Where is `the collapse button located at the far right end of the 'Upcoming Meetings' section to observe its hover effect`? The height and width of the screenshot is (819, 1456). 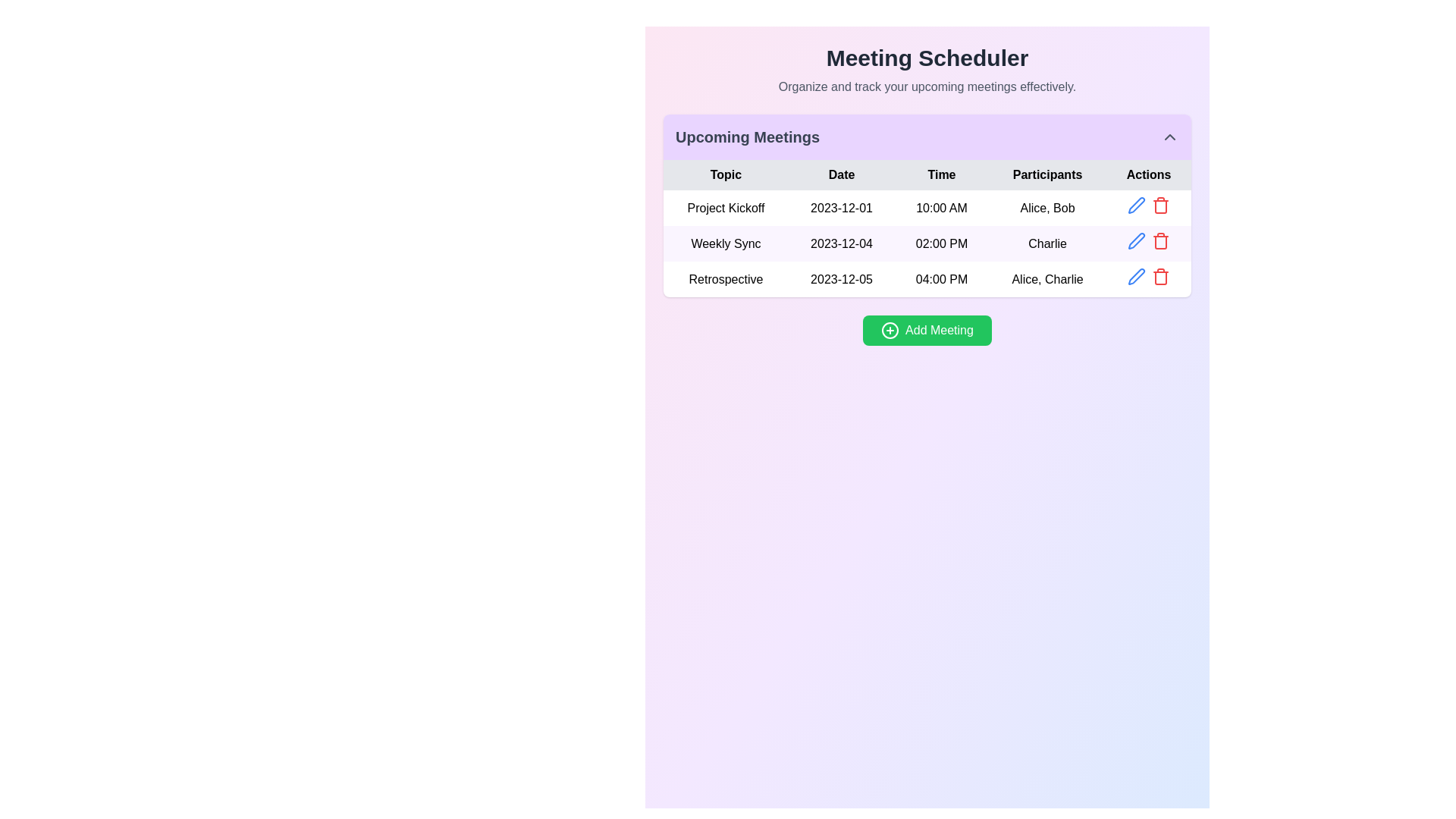
the collapse button located at the far right end of the 'Upcoming Meetings' section to observe its hover effect is located at coordinates (1169, 137).